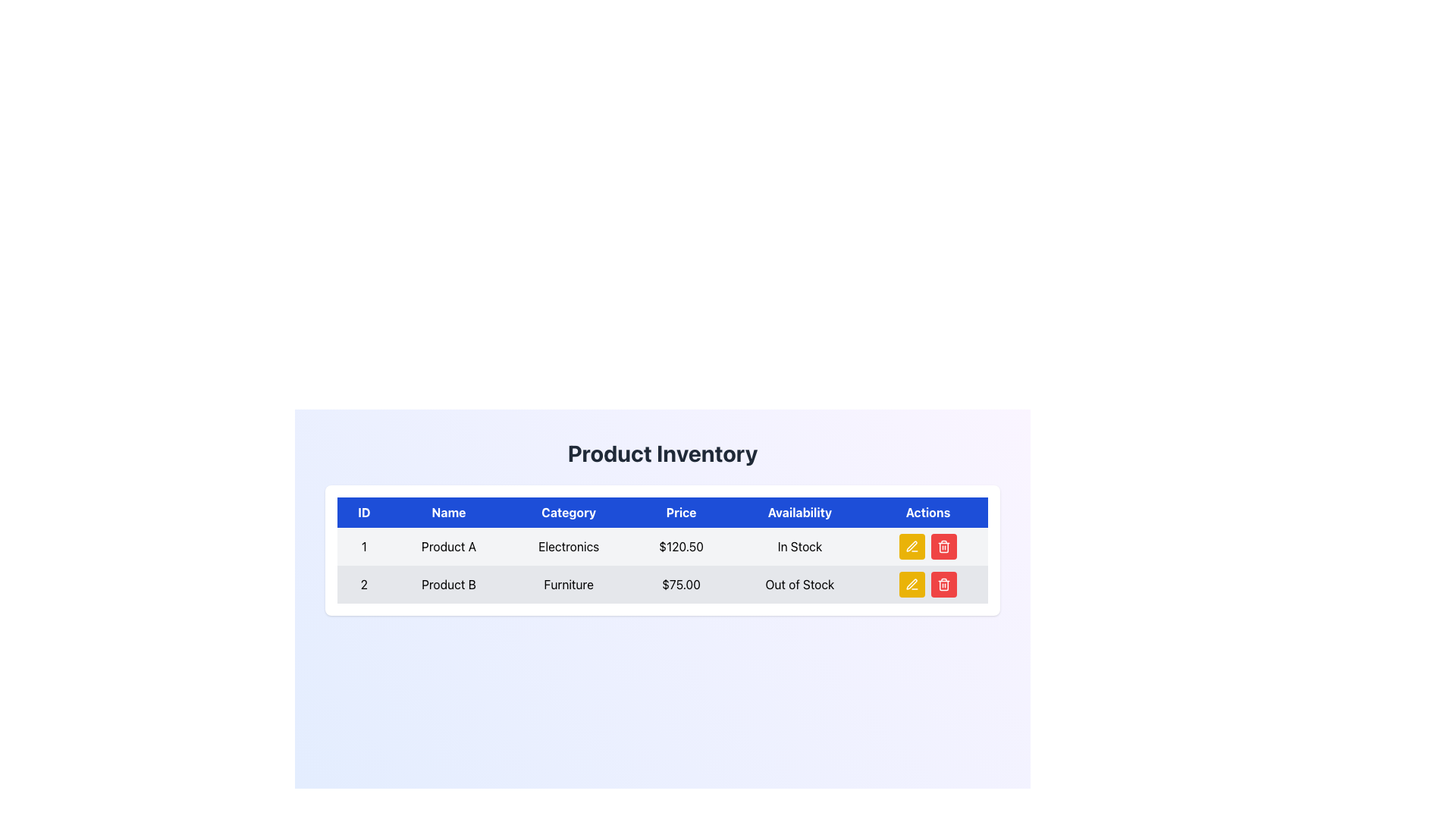  Describe the element at coordinates (680, 547) in the screenshot. I see `the static text label displaying the price value '$120.50' in the 'Price' column of the first row of the product inventory table` at that location.